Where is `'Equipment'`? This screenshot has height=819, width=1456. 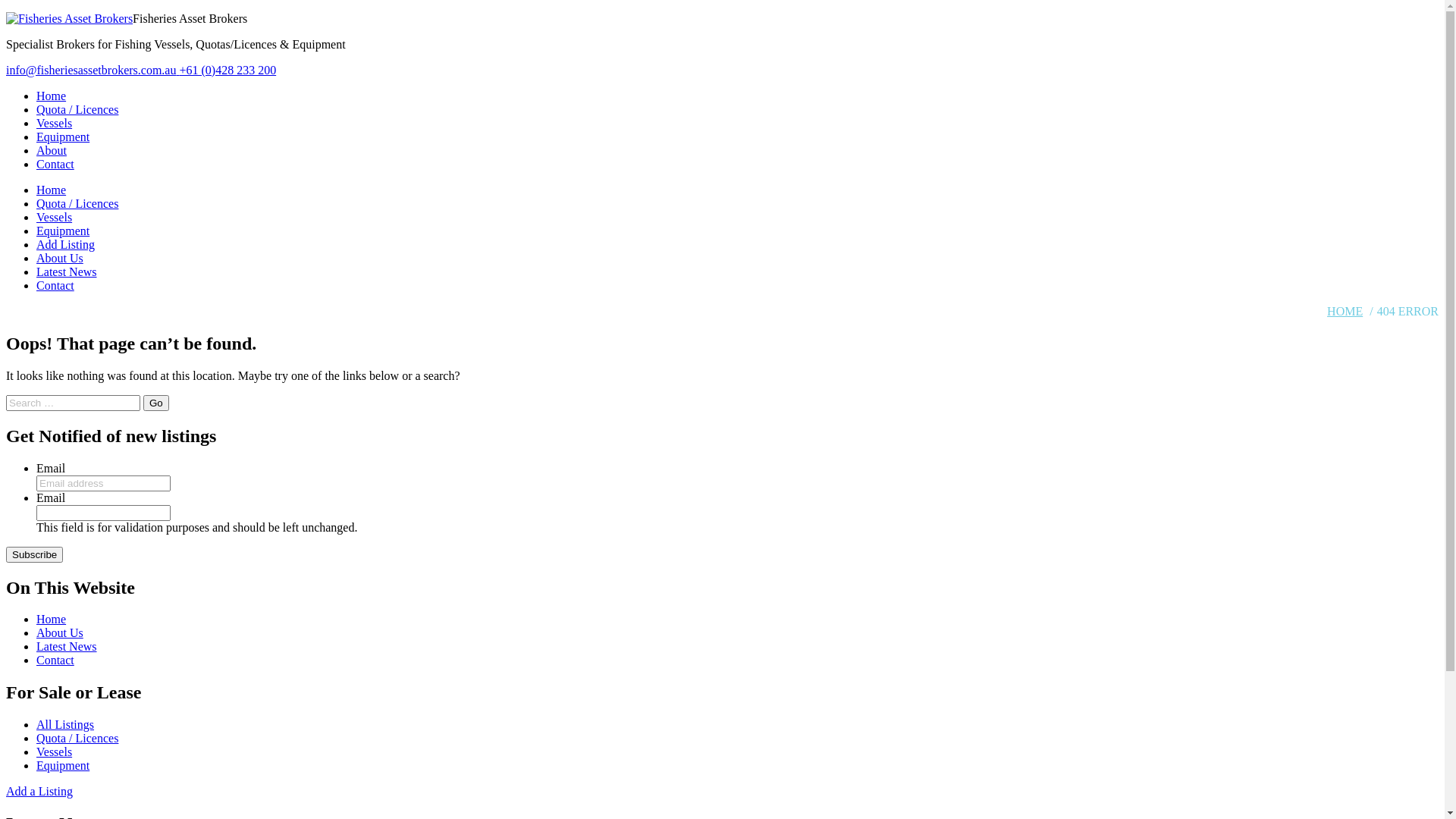
'Equipment' is located at coordinates (61, 765).